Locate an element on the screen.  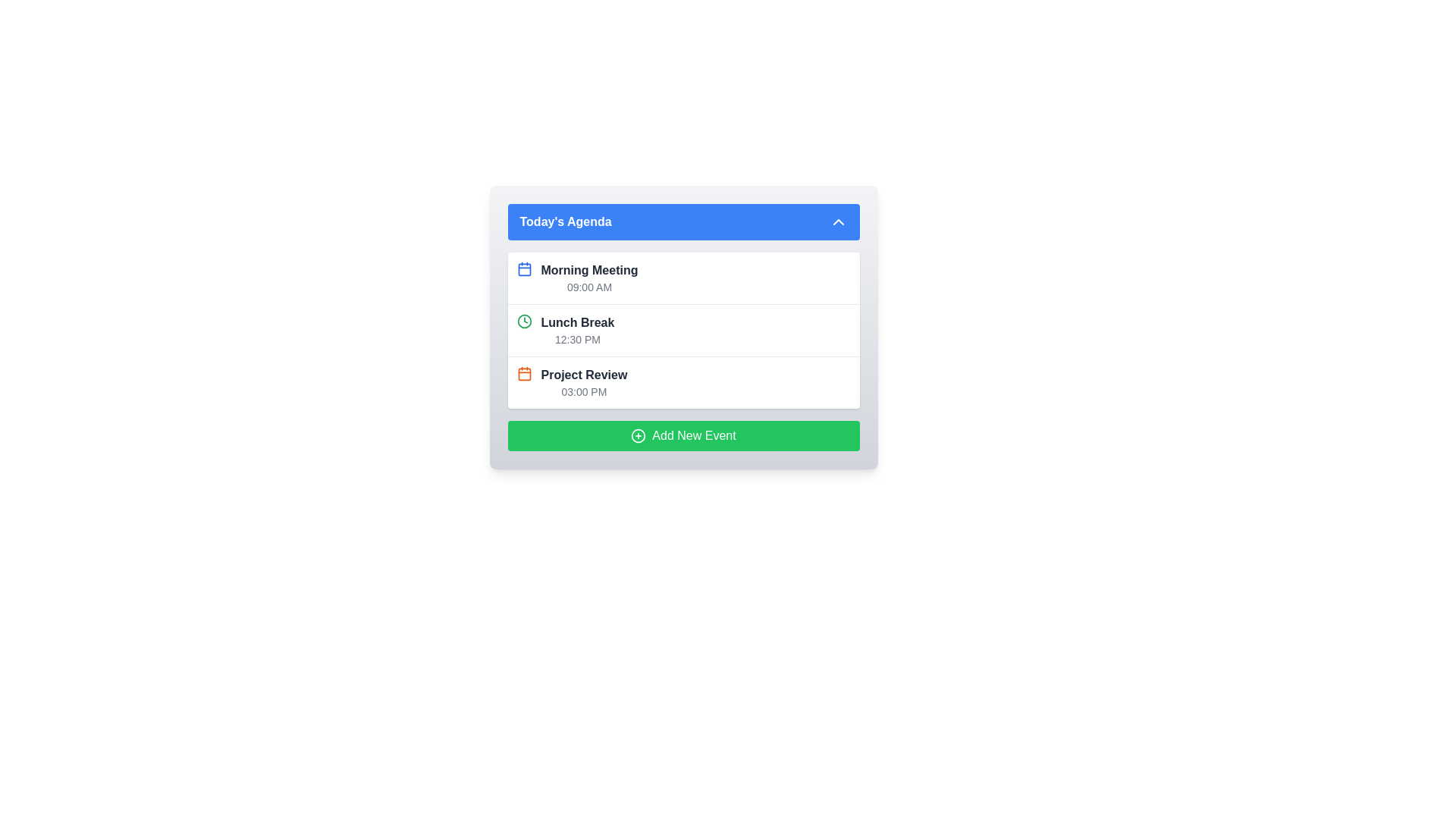
the small upward-facing chevron icon on the blue background in the 'Today's Agenda' header is located at coordinates (837, 222).